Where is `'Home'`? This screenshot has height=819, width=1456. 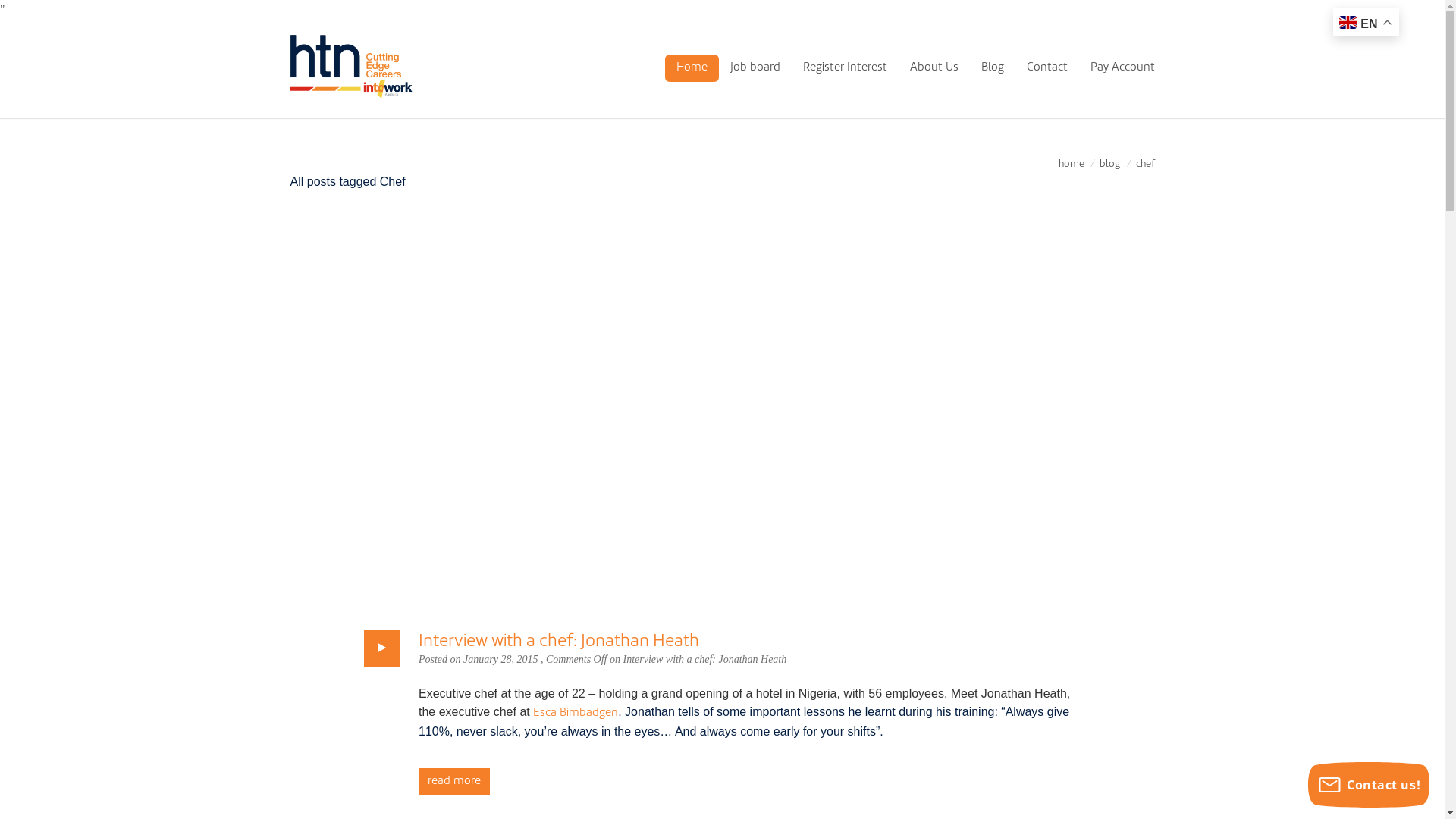 'Home' is located at coordinates (690, 67).